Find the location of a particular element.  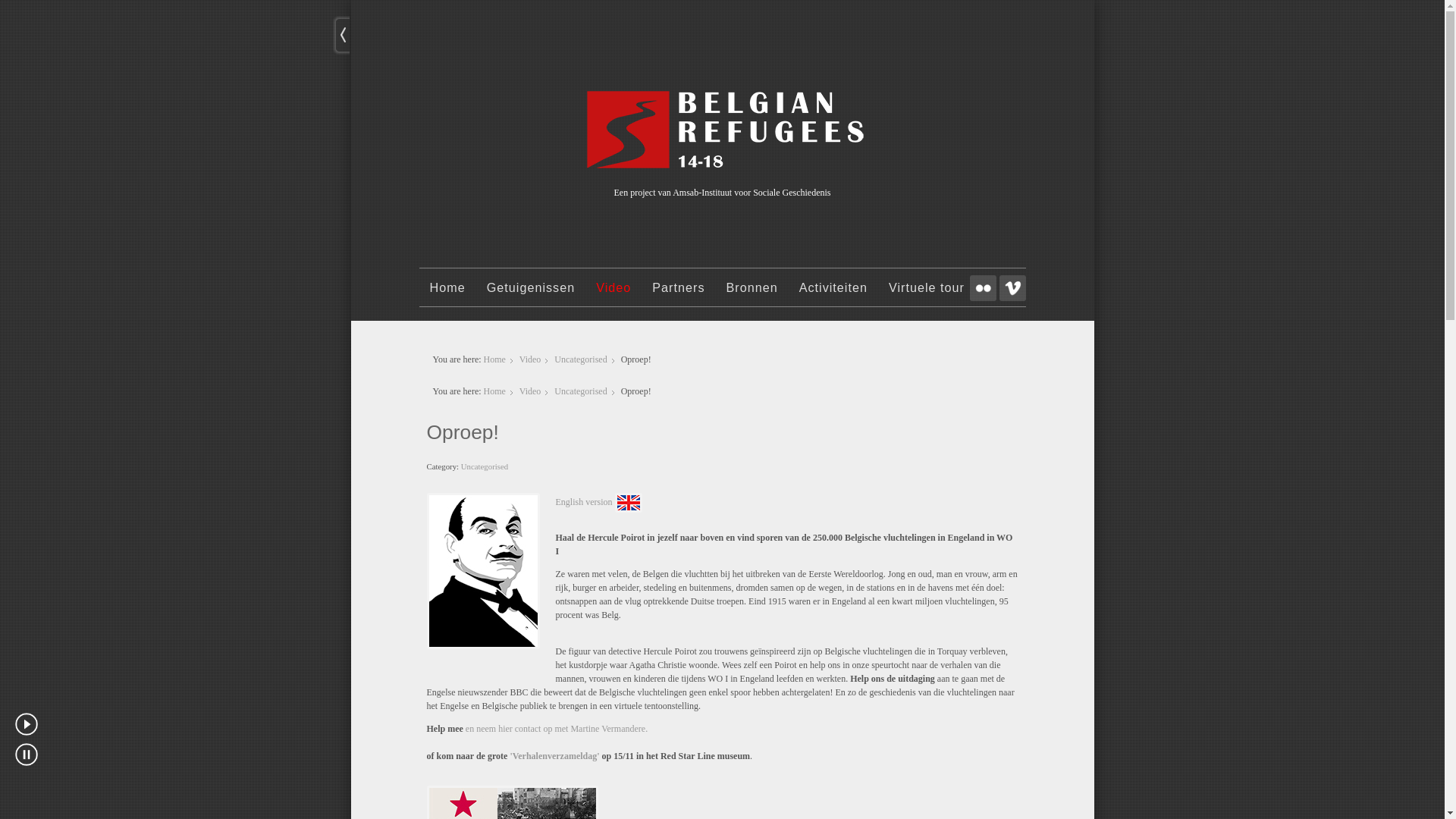

'Getuigenissen' is located at coordinates (531, 294).